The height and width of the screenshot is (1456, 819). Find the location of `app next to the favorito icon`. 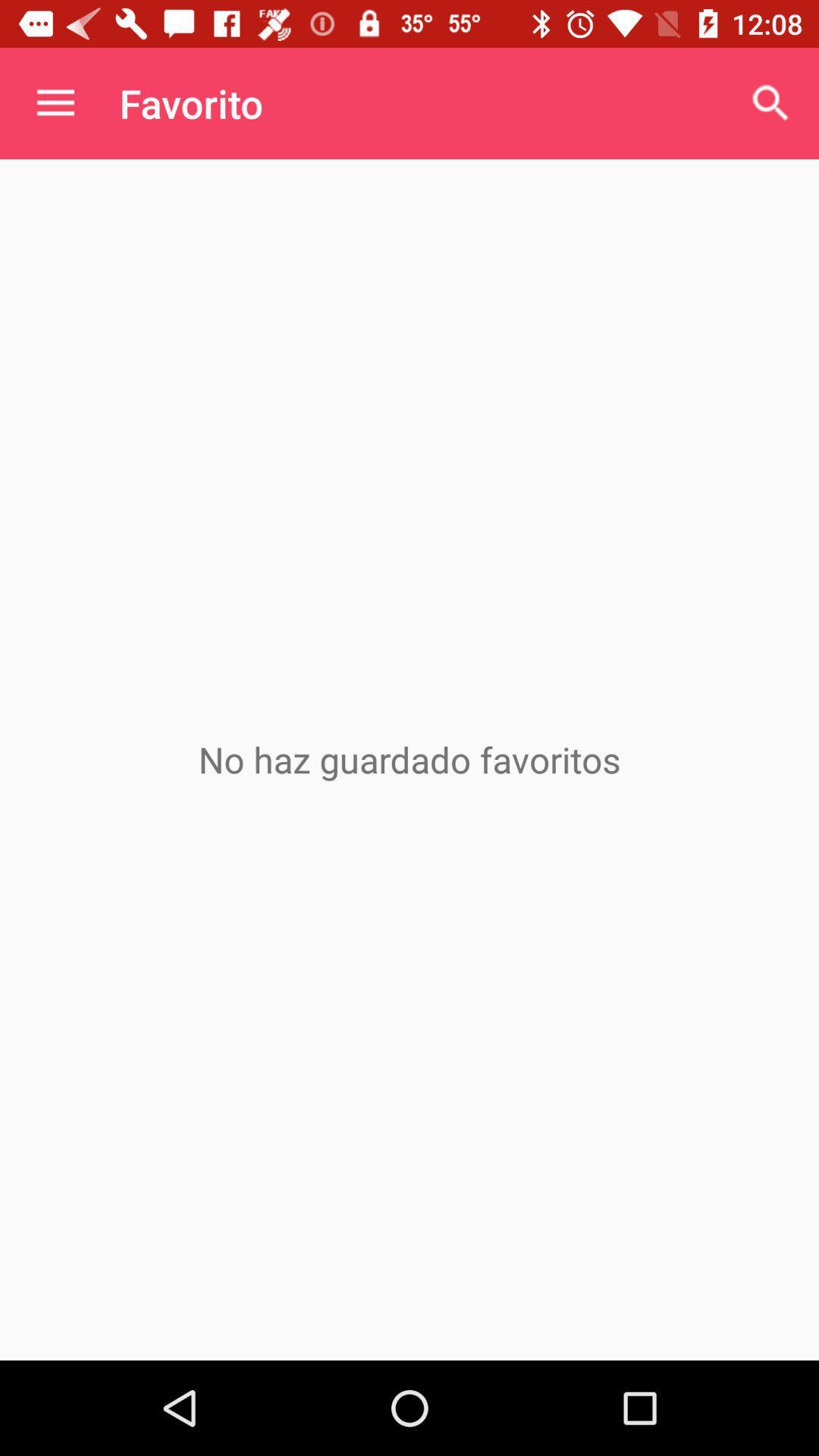

app next to the favorito icon is located at coordinates (771, 102).